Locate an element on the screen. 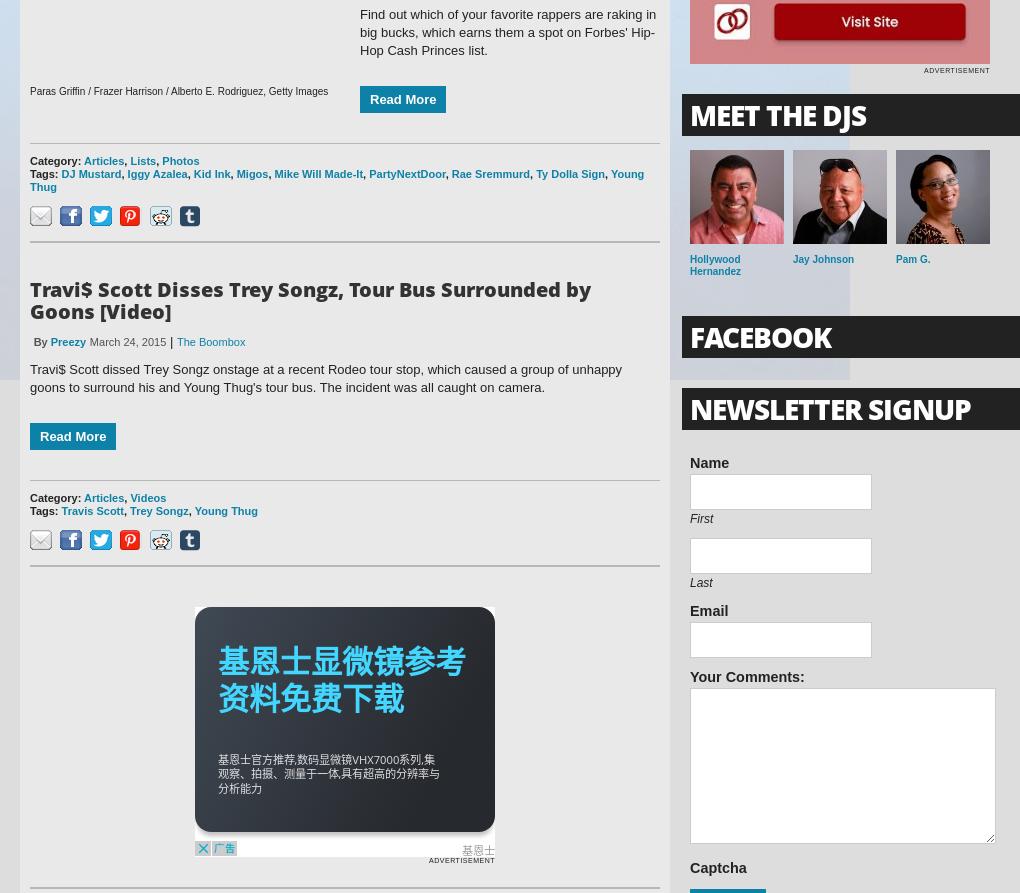 The width and height of the screenshot is (1020, 893). 'Videos' is located at coordinates (130, 497).